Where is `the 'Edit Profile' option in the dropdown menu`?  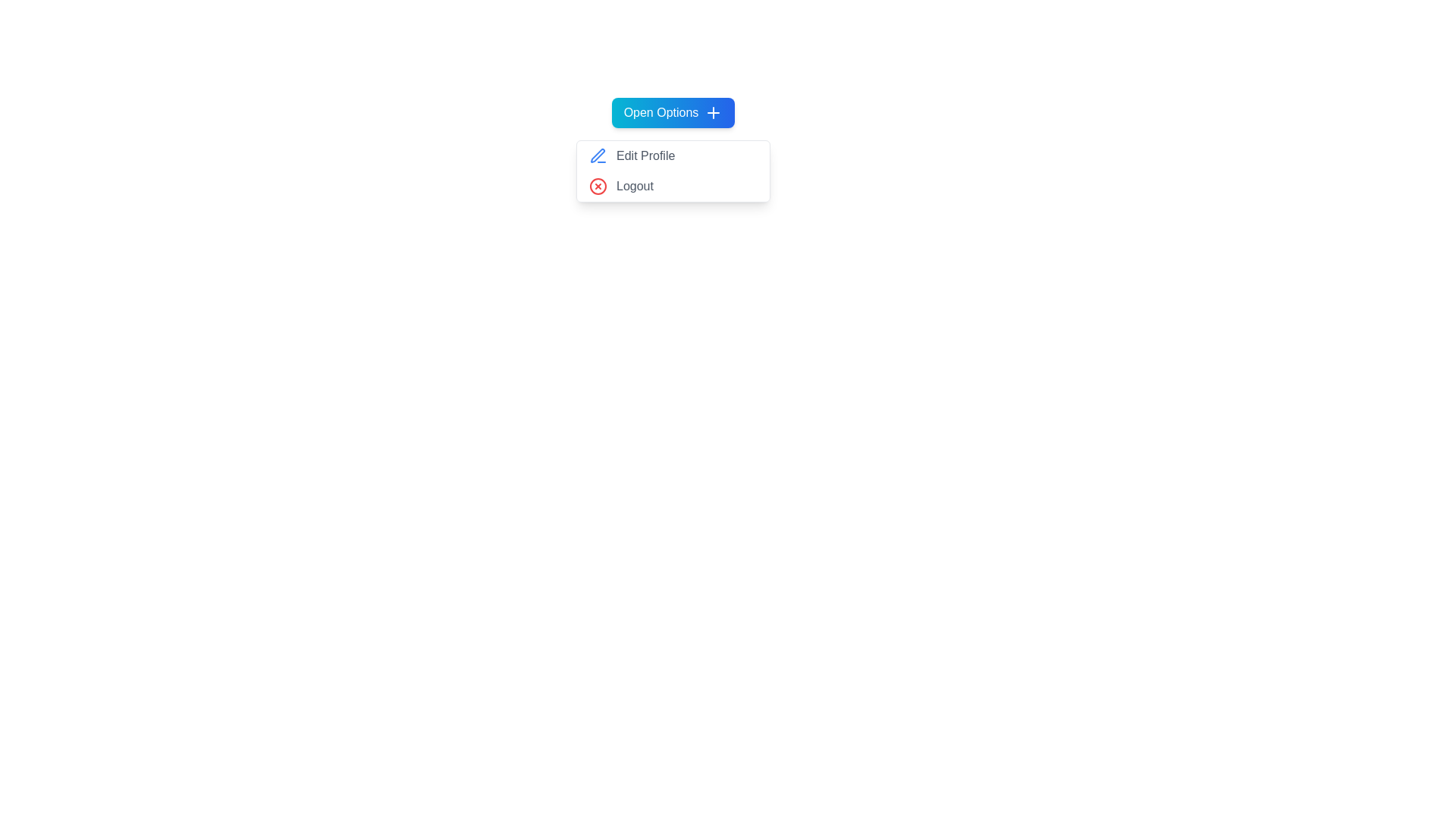
the 'Edit Profile' option in the dropdown menu is located at coordinates (673, 155).